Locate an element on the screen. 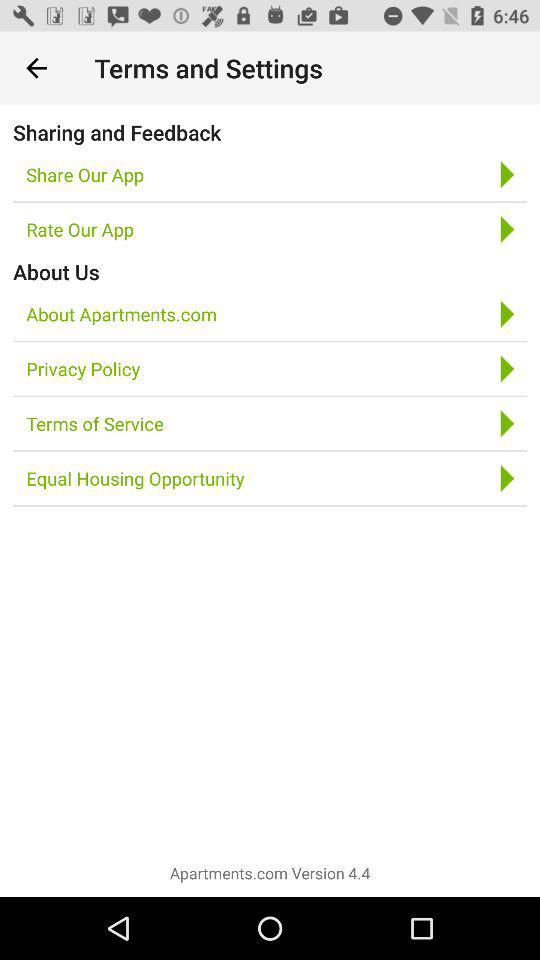 The image size is (540, 960). the item below terms of service is located at coordinates (135, 478).